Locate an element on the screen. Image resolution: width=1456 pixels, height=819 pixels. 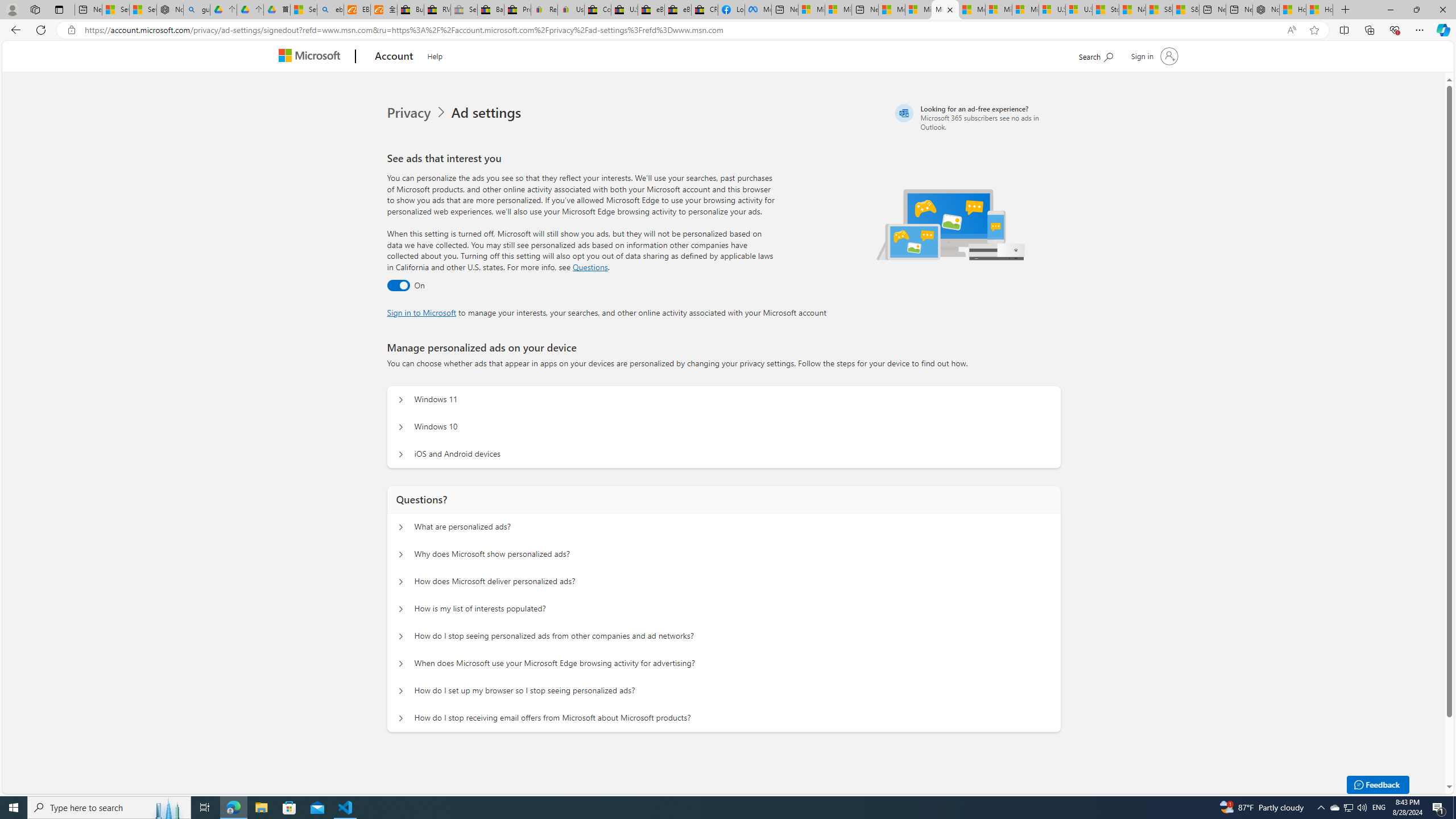
'Sell worldwide with eBay - Sleeping' is located at coordinates (464, 9).